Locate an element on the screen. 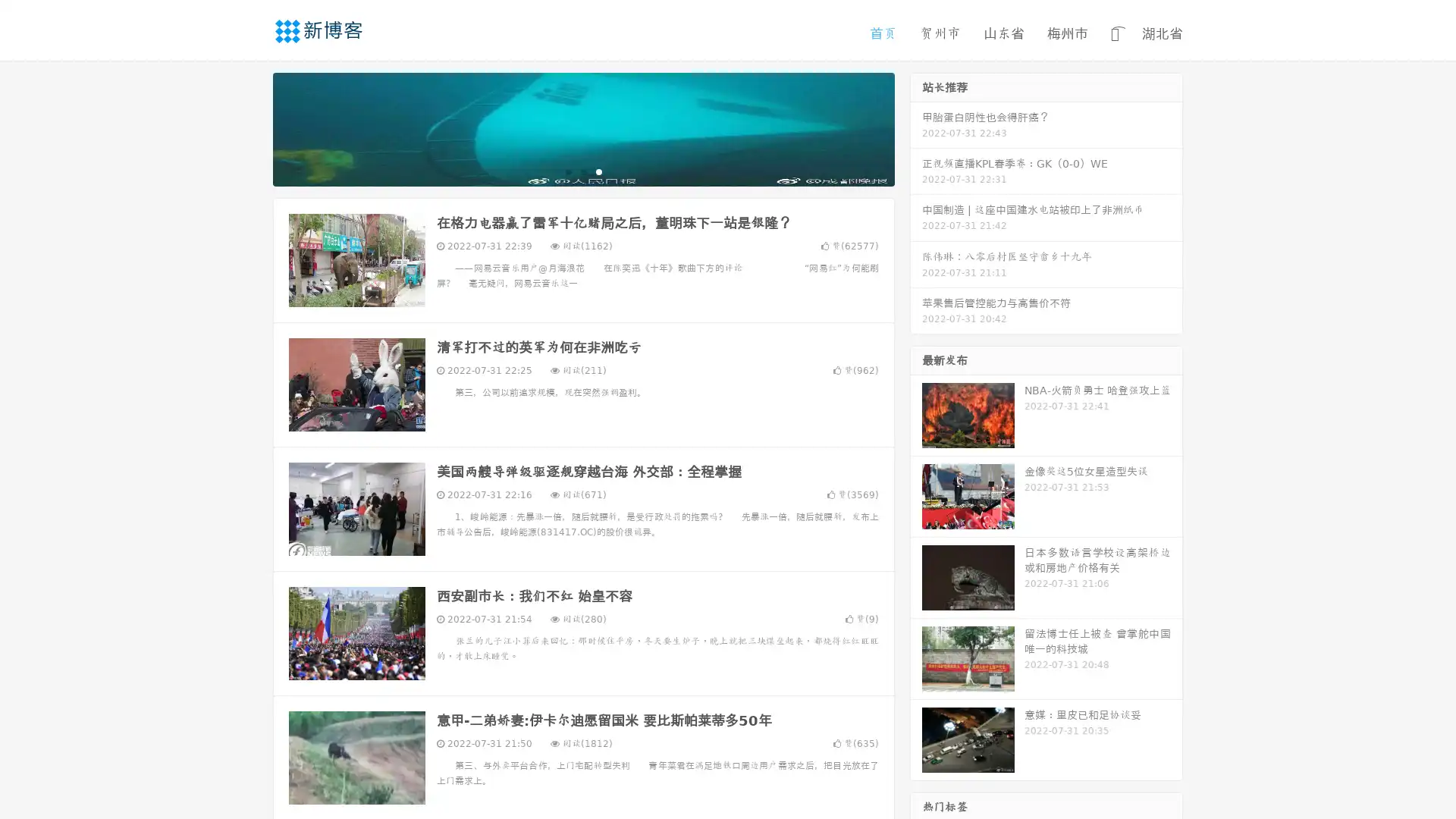 This screenshot has height=819, width=1456. Go to slide 3 is located at coordinates (598, 171).